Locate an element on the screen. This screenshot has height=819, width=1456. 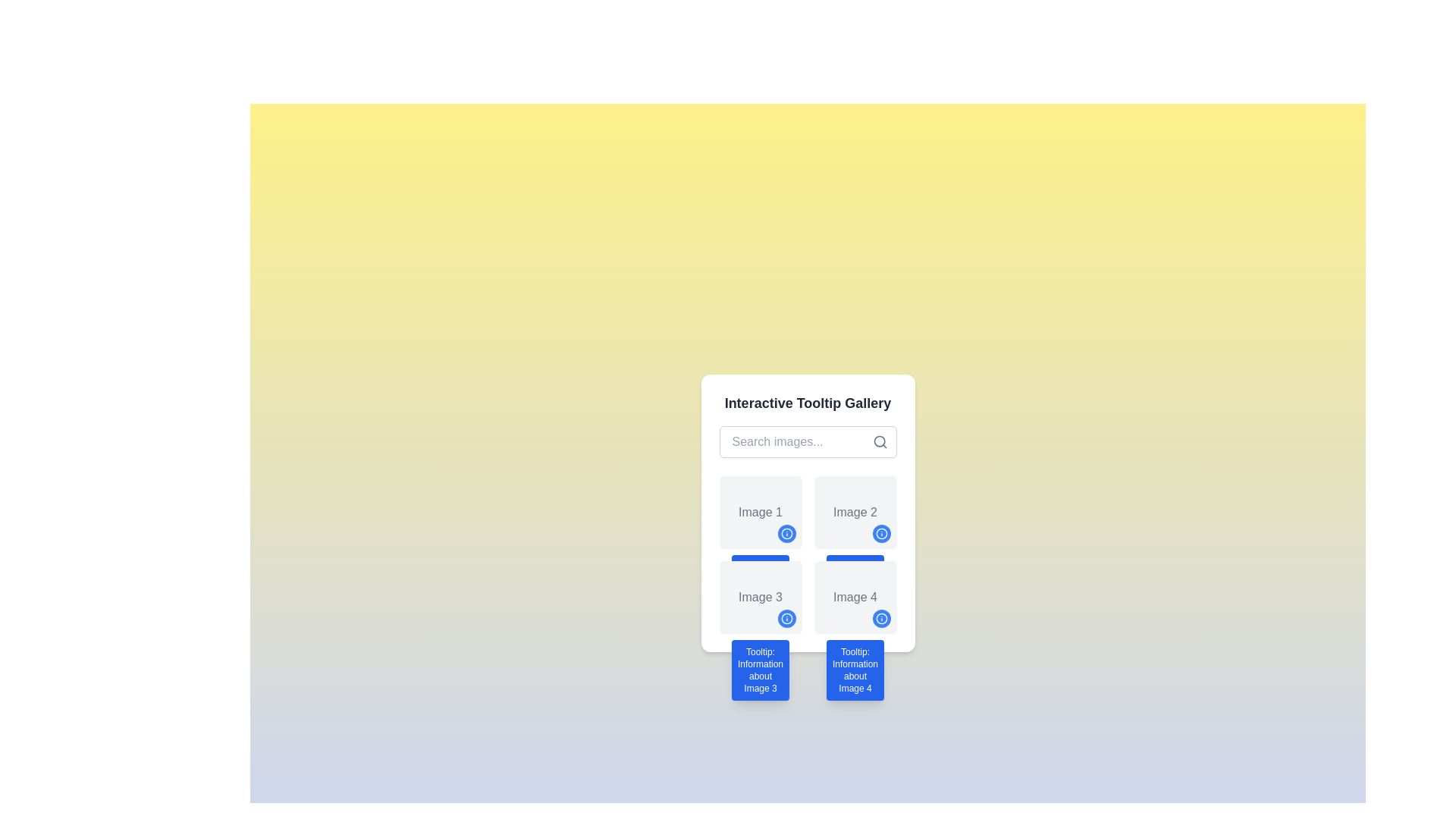
tooltip content displayed below the 'Image 3' section, which provides additional information about the associated image is located at coordinates (761, 669).